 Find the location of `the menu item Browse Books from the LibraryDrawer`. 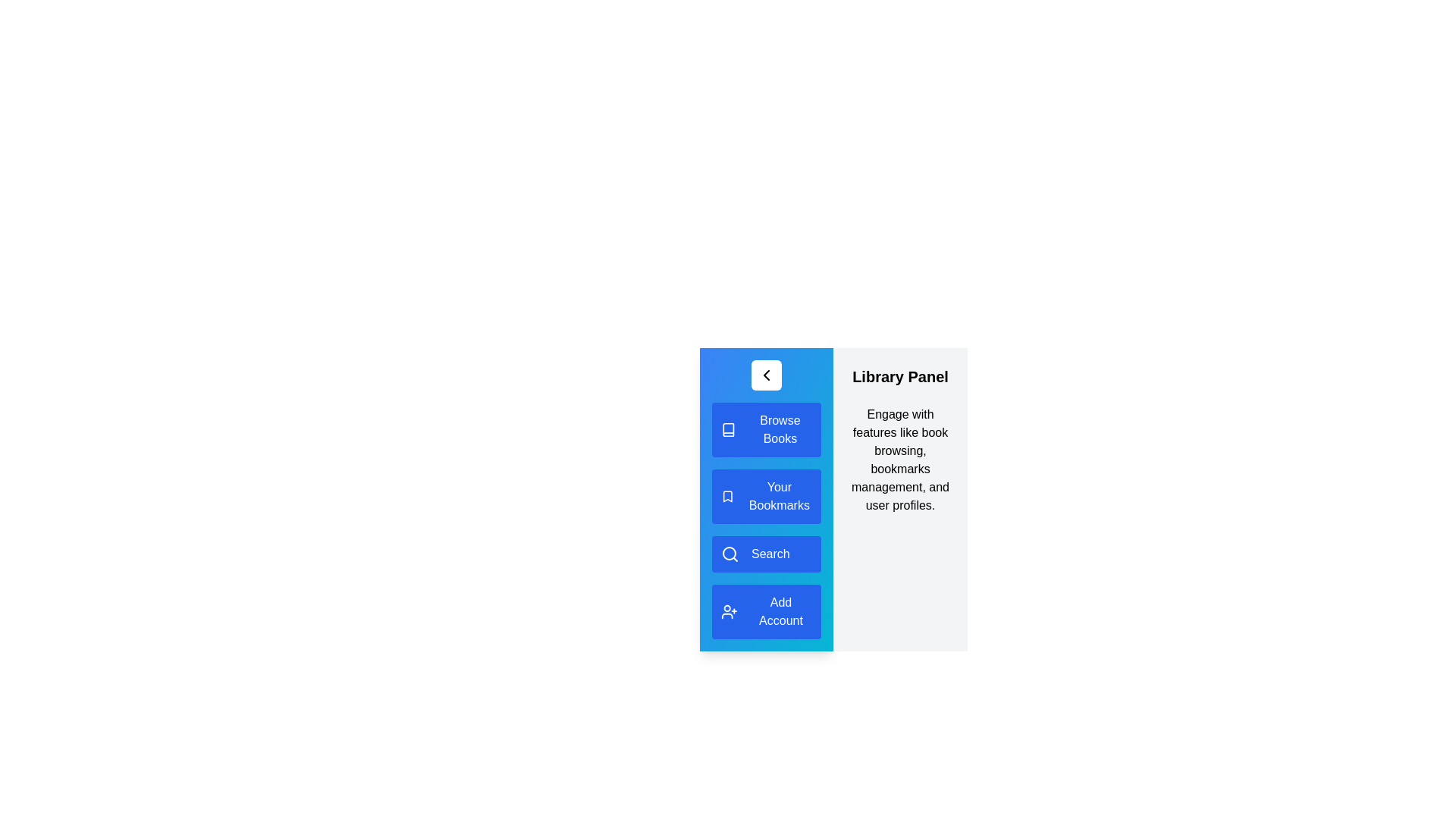

the menu item Browse Books from the LibraryDrawer is located at coordinates (767, 430).